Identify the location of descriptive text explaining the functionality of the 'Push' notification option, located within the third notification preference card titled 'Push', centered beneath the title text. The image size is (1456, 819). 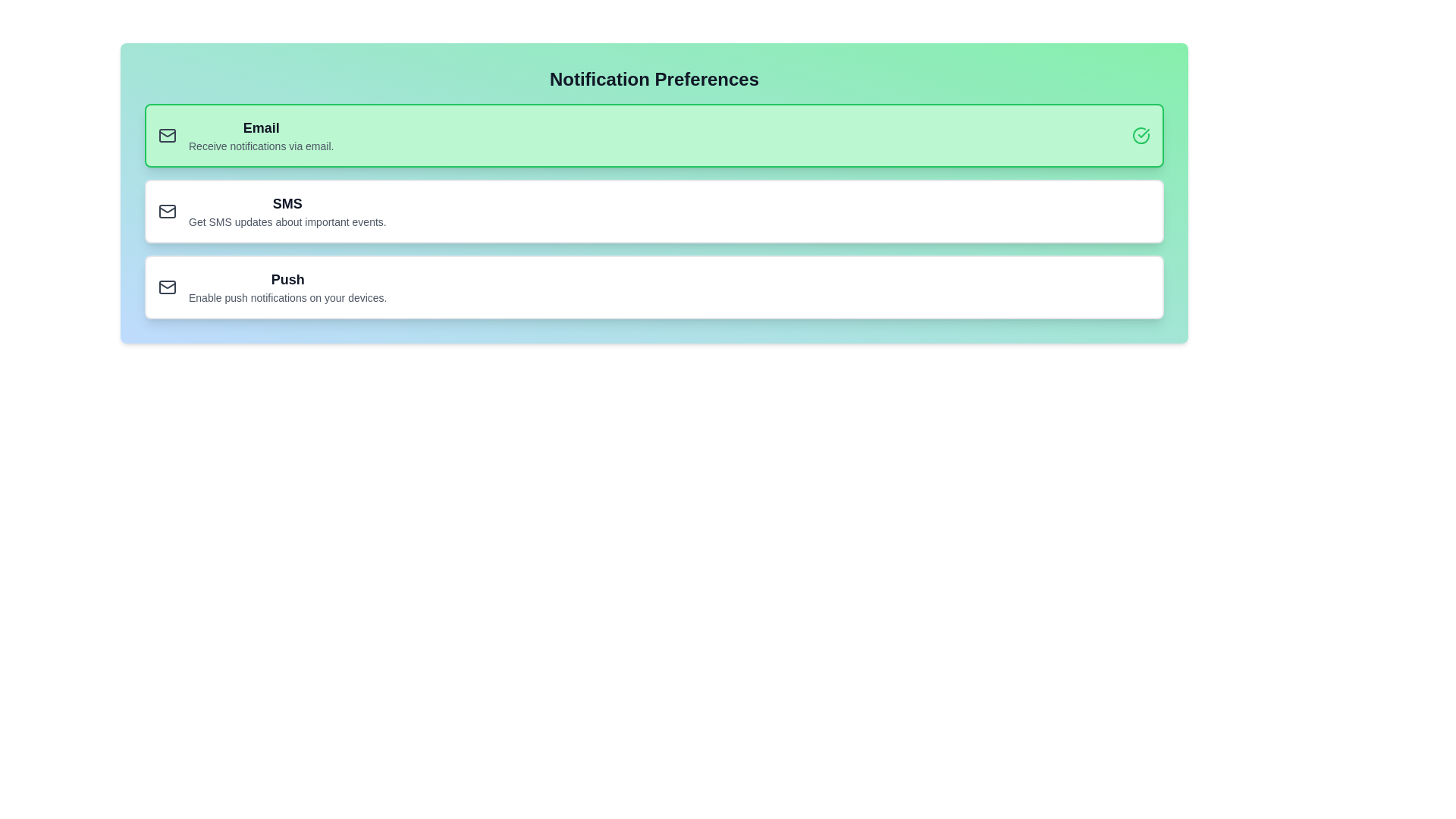
(287, 298).